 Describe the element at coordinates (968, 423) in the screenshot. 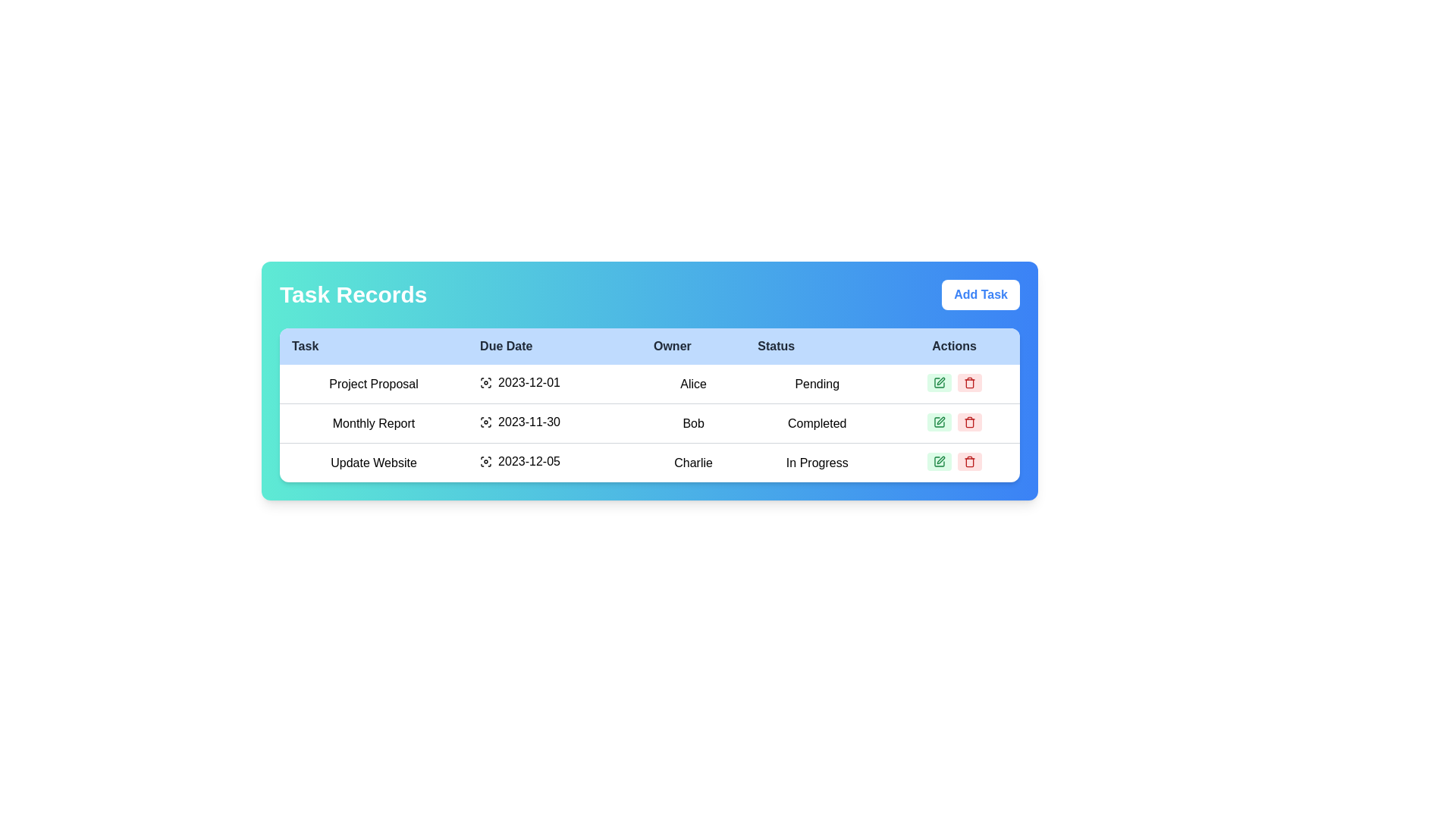

I see `the rectangular lower part of the trash can icon, which represents the delete functionality, located in the 'Actions' column of the highest row in the table` at that location.